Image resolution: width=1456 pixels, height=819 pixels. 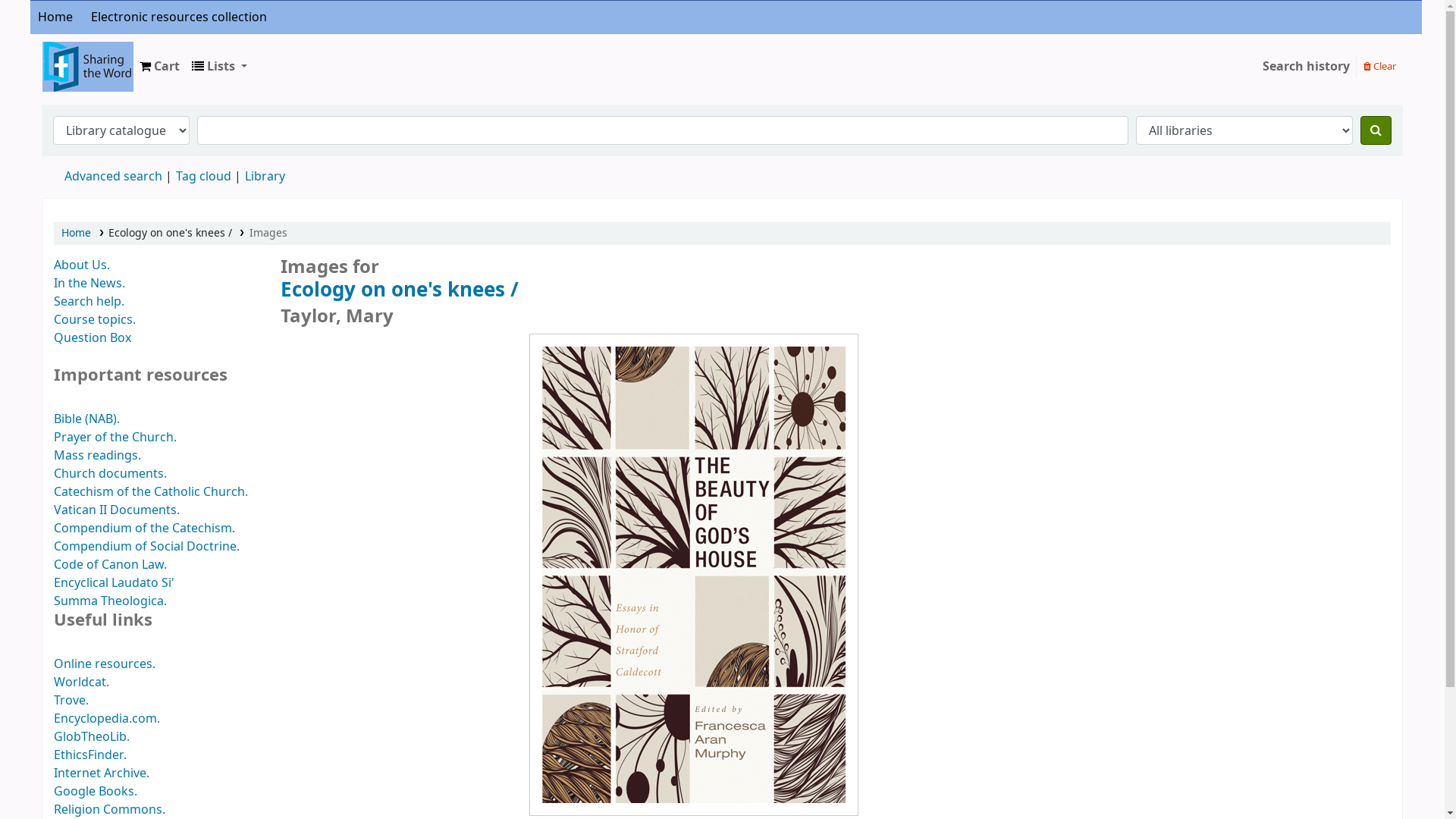 I want to click on 'Trove.', so click(x=71, y=701).